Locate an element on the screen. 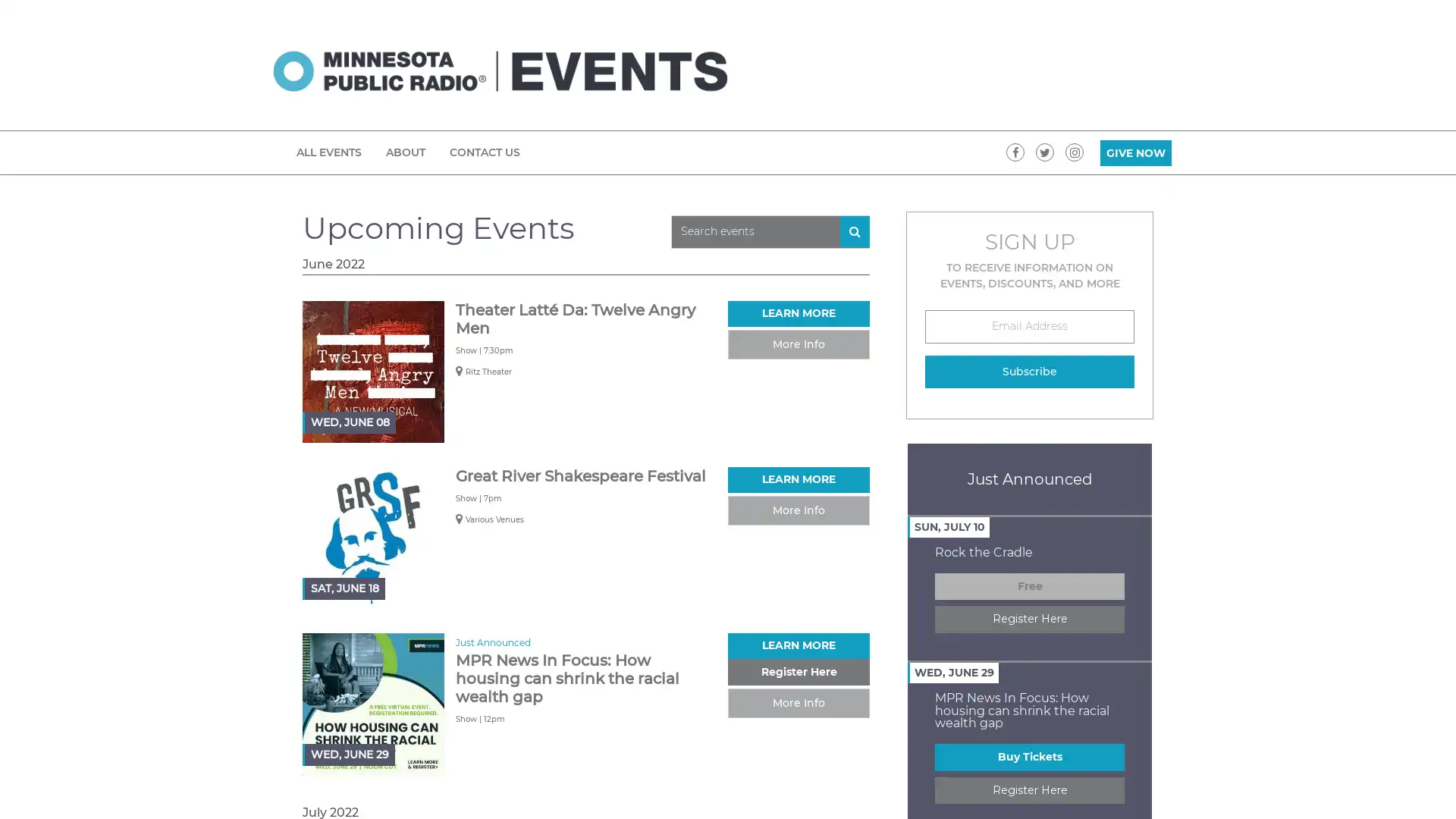 This screenshot has width=1456, height=819. Subscribe is located at coordinates (1030, 371).